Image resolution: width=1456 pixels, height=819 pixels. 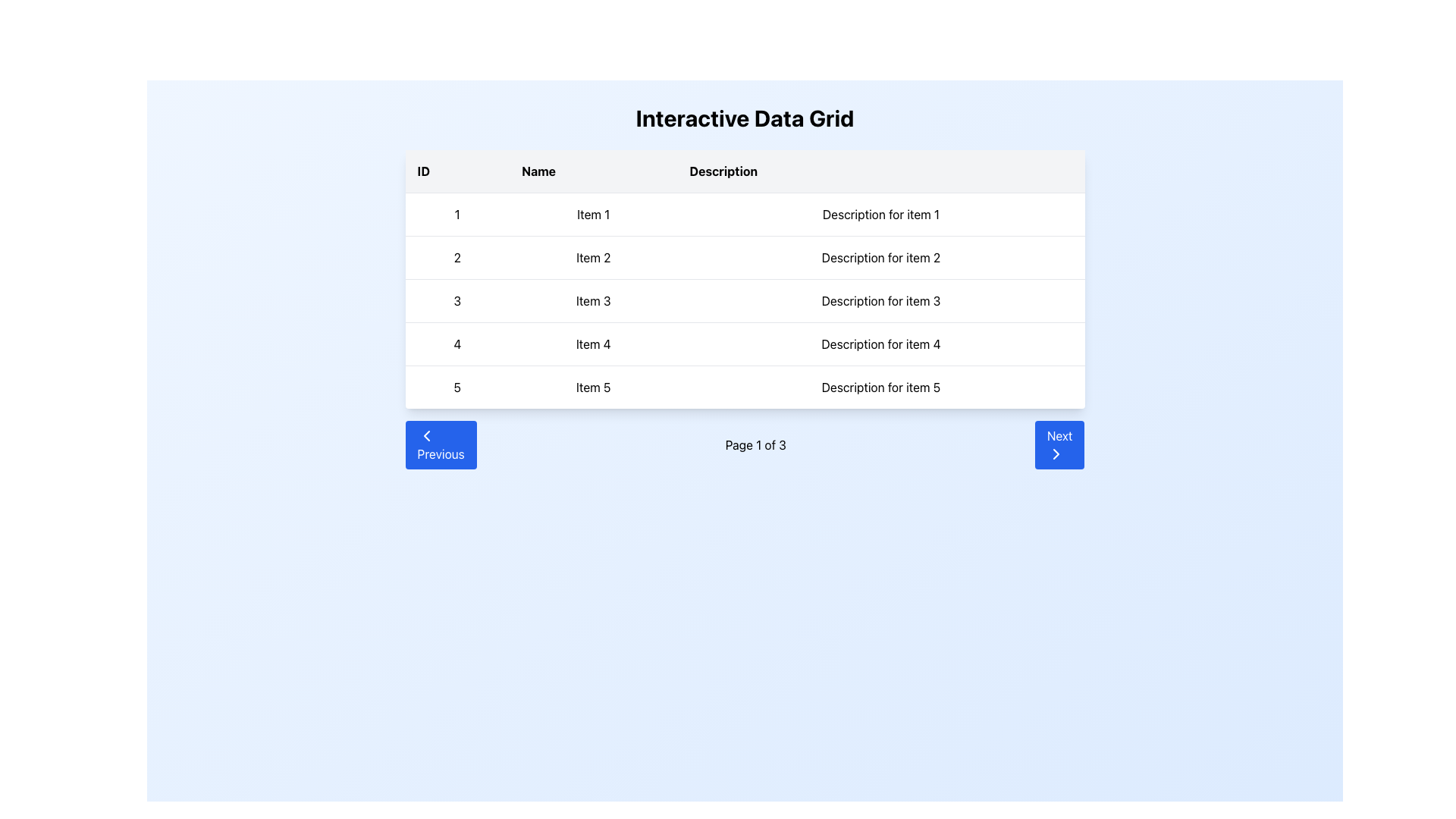 I want to click on the blue rectangular 'Previous' button with rounded corners located in the navigation section, so click(x=440, y=444).